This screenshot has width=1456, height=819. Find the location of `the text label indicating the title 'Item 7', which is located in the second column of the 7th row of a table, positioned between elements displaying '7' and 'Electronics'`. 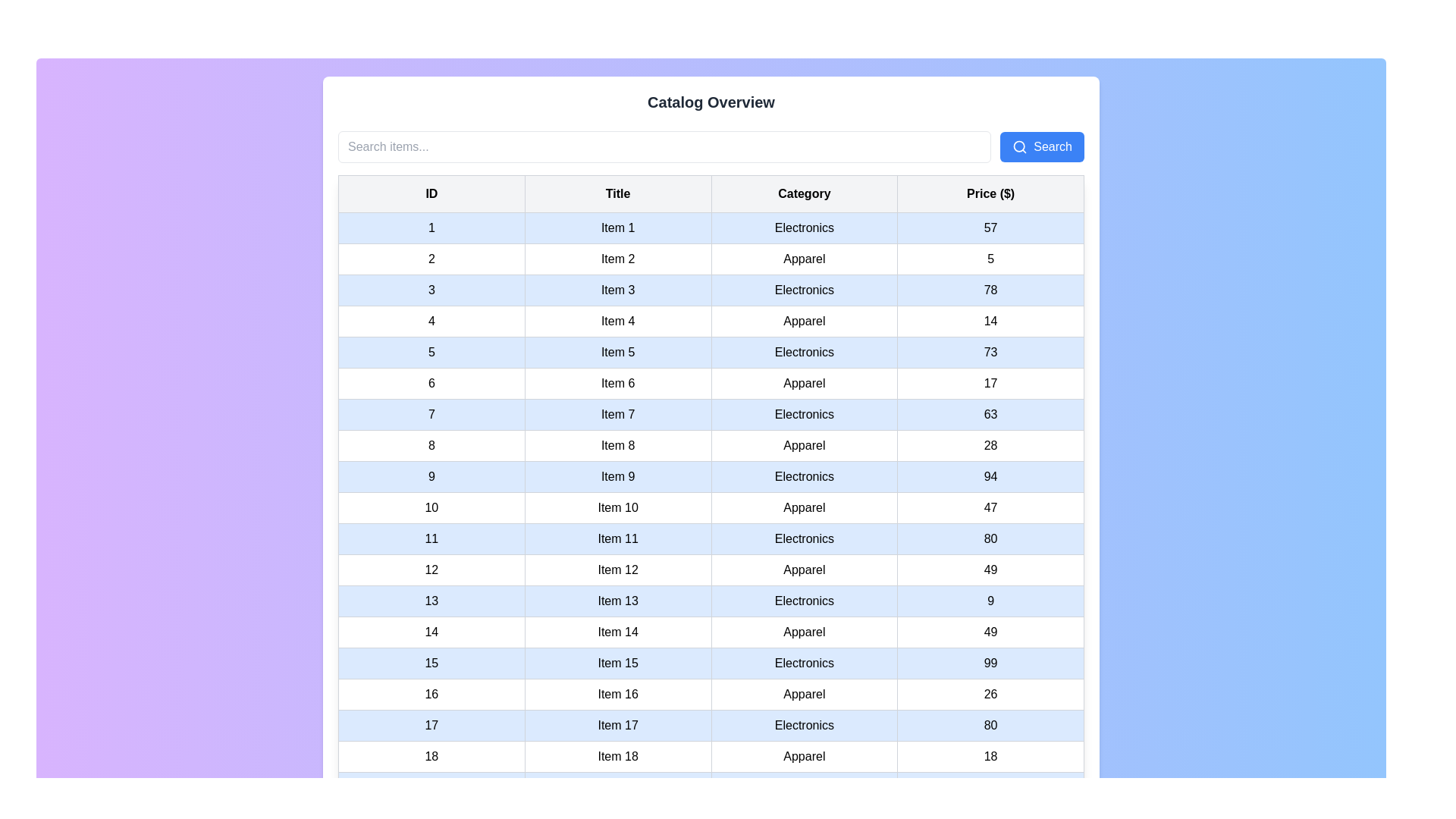

the text label indicating the title 'Item 7', which is located in the second column of the 7th row of a table, positioned between elements displaying '7' and 'Electronics' is located at coordinates (618, 415).